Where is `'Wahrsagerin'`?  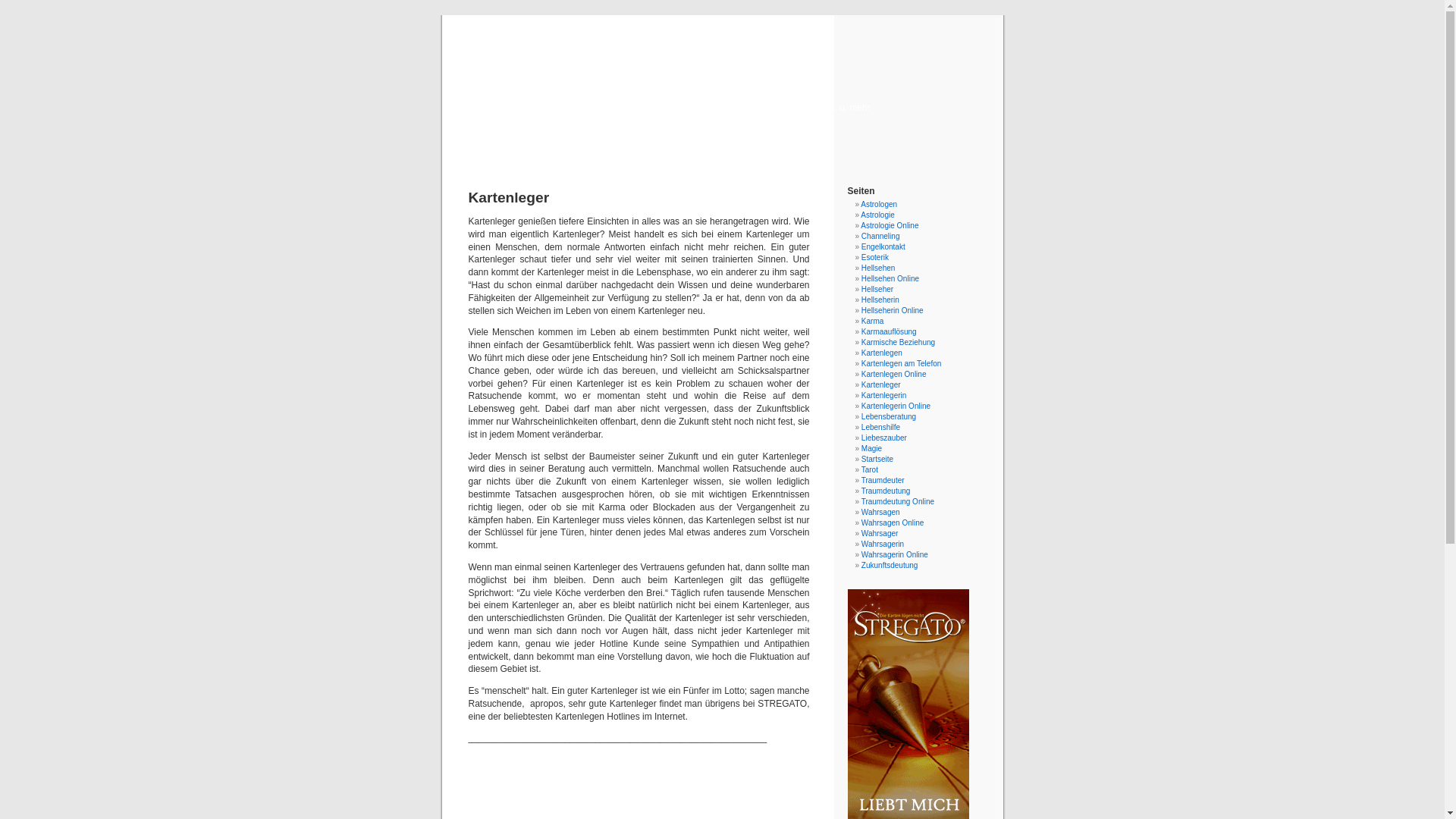 'Wahrsagerin' is located at coordinates (882, 543).